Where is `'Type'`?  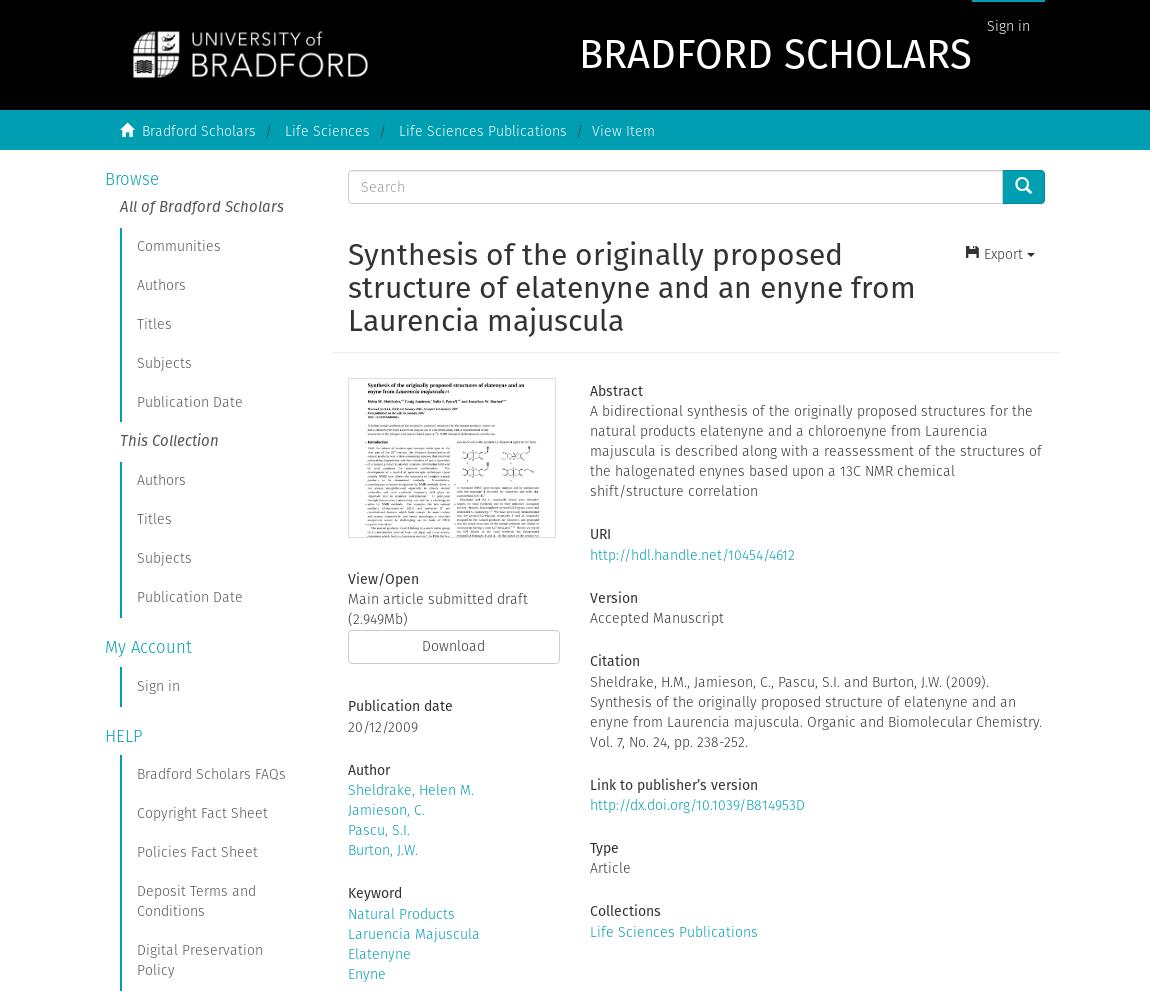 'Type' is located at coordinates (588, 846).